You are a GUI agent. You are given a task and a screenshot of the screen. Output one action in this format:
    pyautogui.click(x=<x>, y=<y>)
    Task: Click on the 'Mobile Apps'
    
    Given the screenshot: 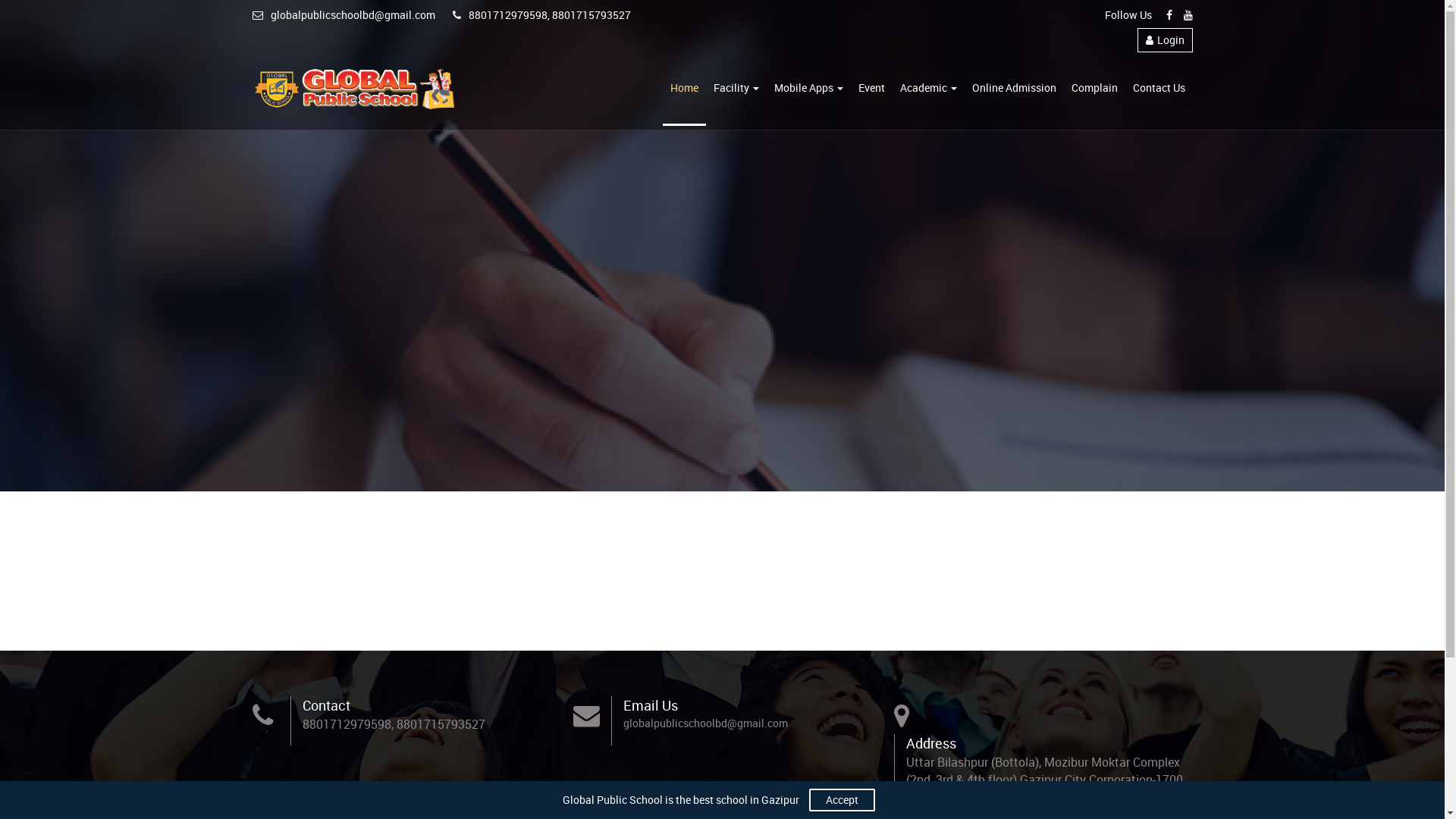 What is the action you would take?
    pyautogui.click(x=765, y=89)
    